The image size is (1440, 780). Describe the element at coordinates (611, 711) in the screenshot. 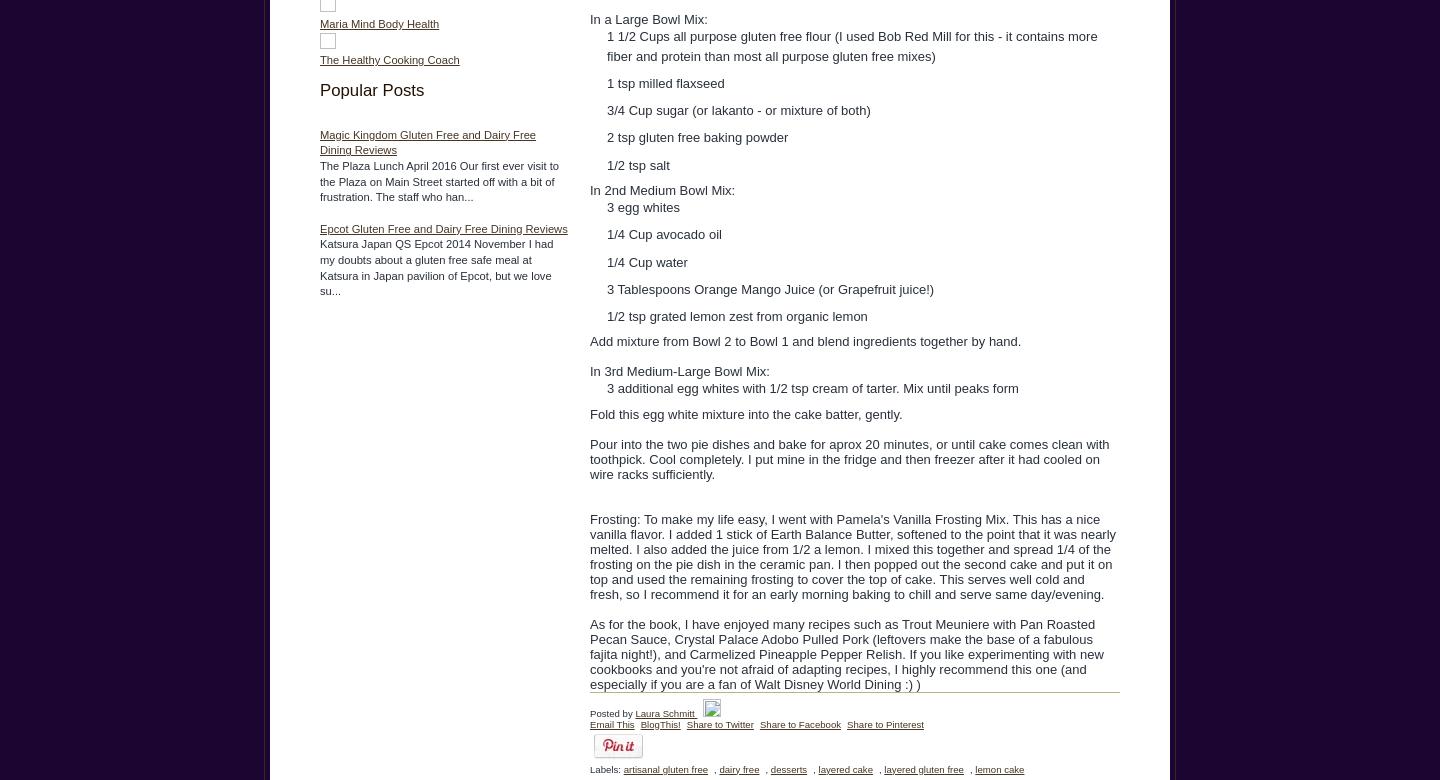

I see `'Posted by'` at that location.